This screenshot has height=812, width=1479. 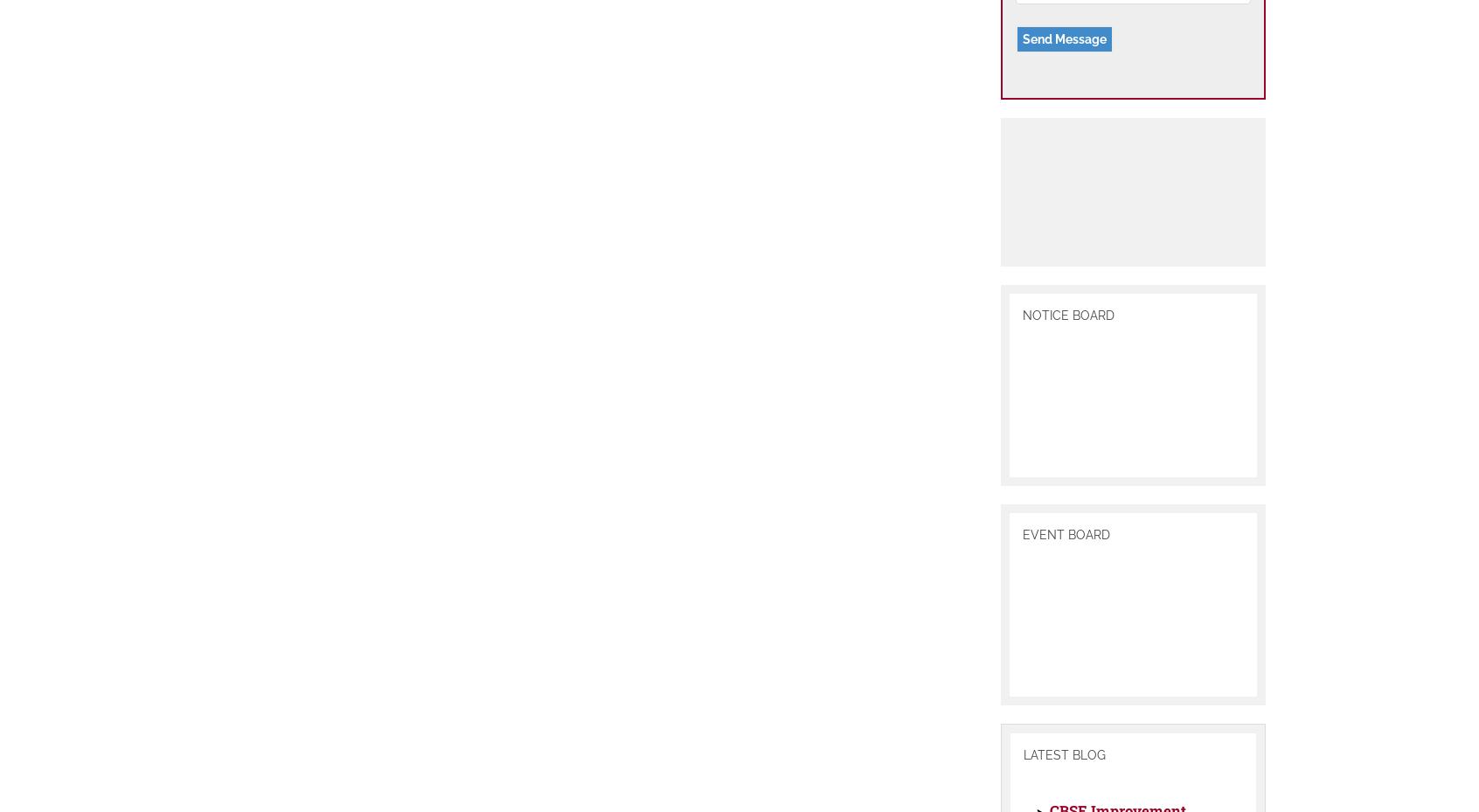 I want to click on 'Patrachar vidyalaya Admission 2022', so click(x=1126, y=278).